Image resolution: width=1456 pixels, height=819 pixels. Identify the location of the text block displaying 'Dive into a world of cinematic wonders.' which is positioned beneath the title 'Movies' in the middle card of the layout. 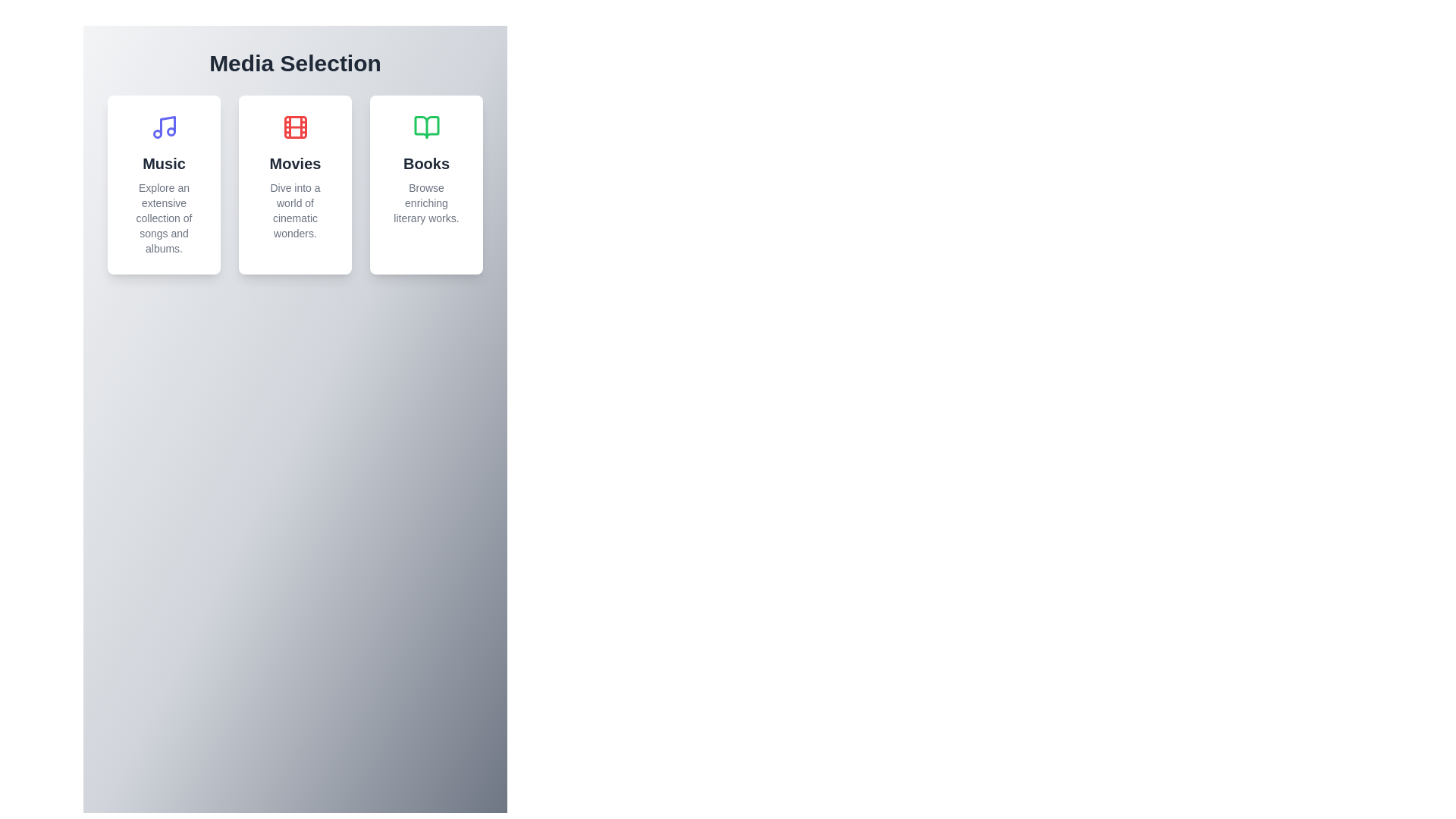
(295, 210).